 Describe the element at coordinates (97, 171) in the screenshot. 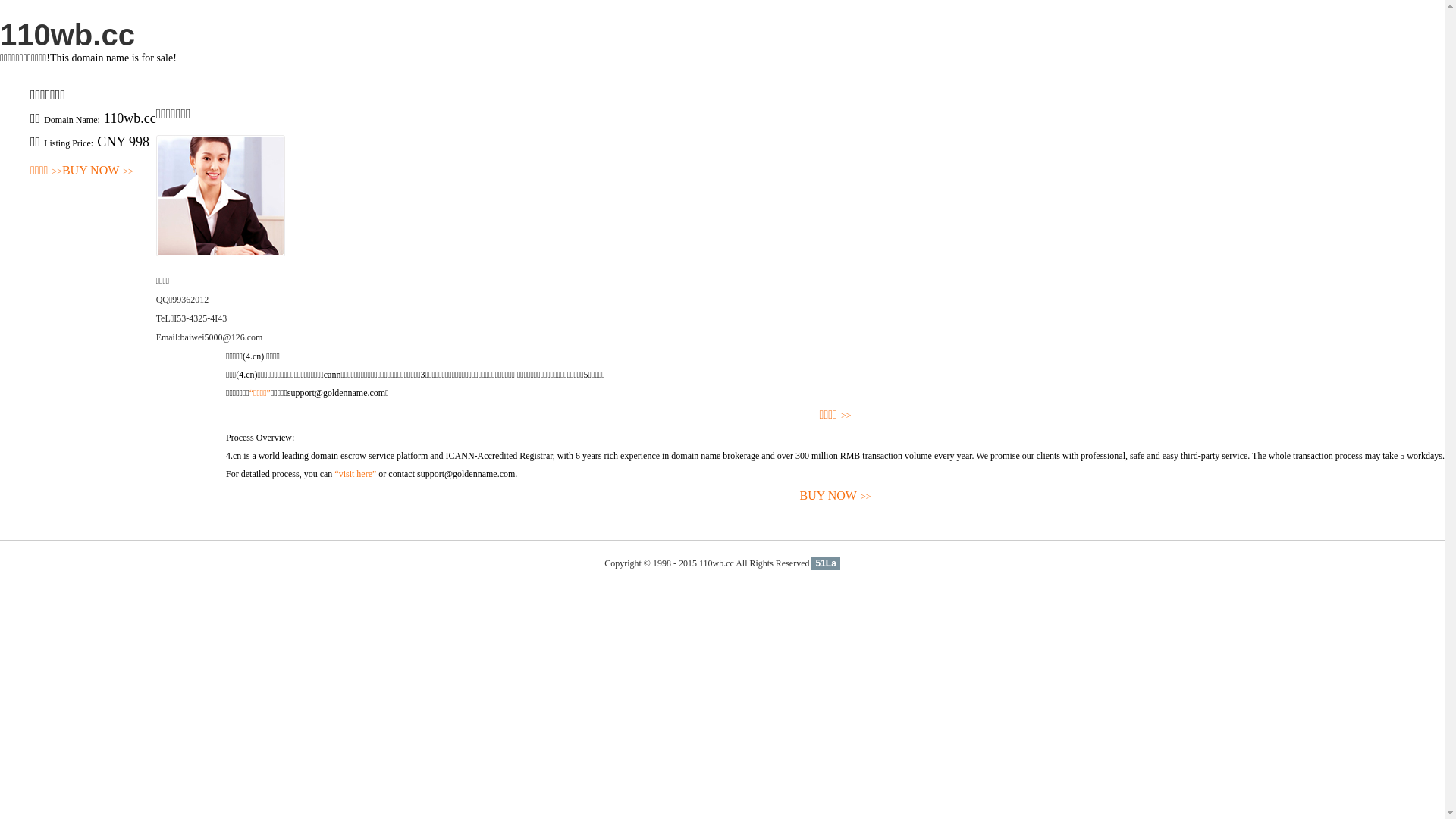

I see `'BUY NOW>>'` at that location.